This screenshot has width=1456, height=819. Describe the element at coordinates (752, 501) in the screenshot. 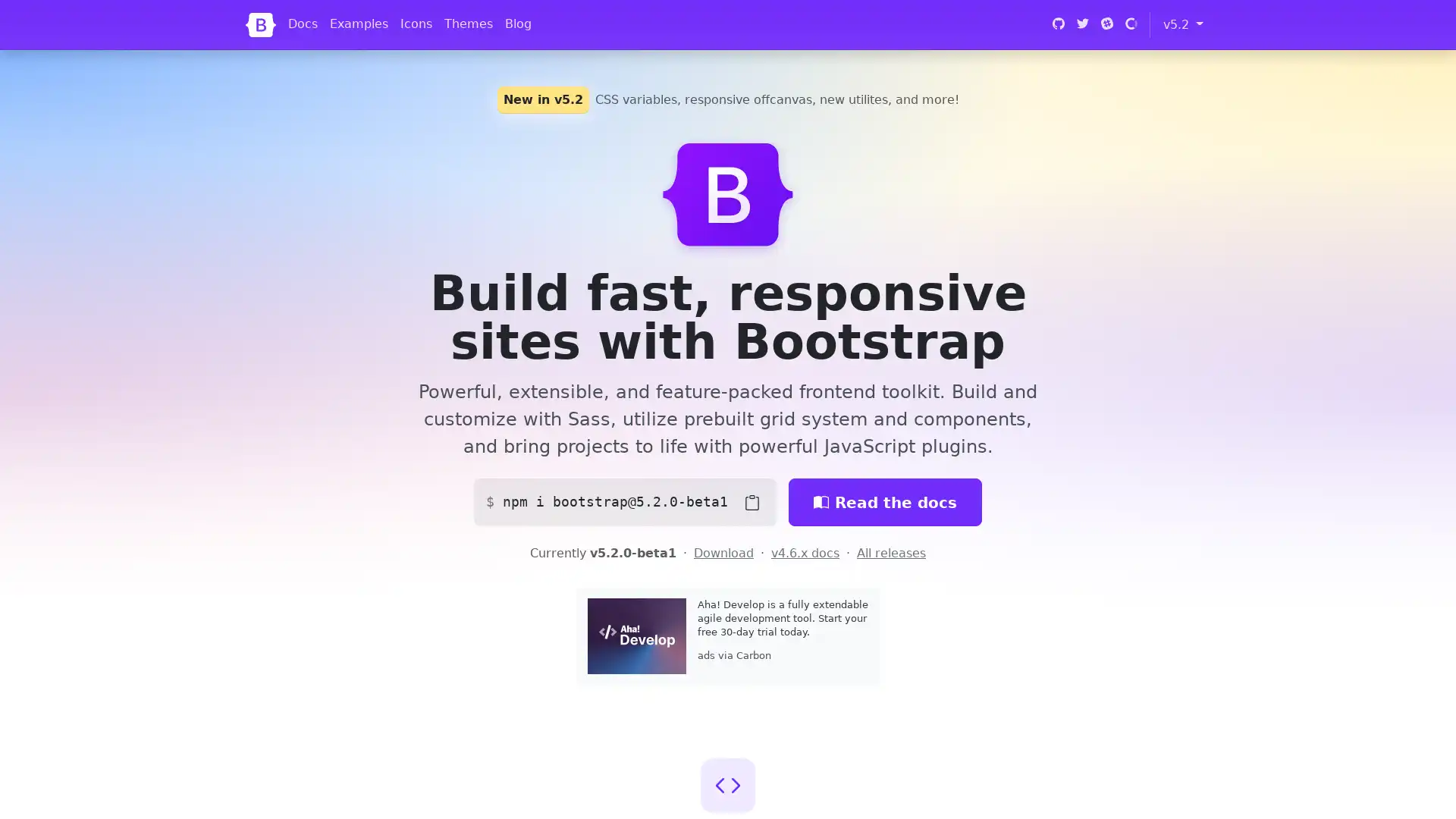

I see `Copy` at that location.